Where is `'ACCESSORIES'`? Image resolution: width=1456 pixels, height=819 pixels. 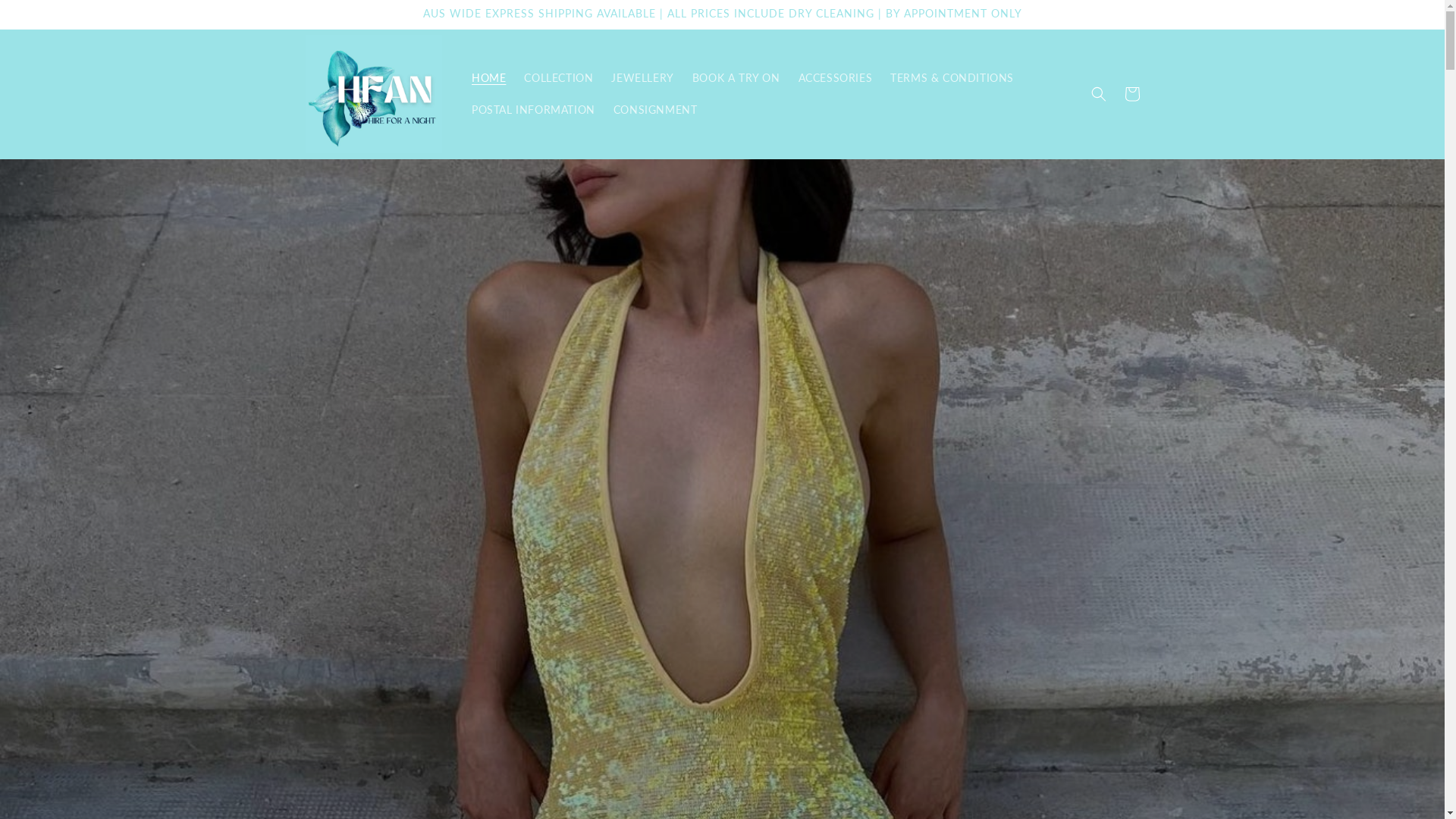 'ACCESSORIES' is located at coordinates (835, 78).